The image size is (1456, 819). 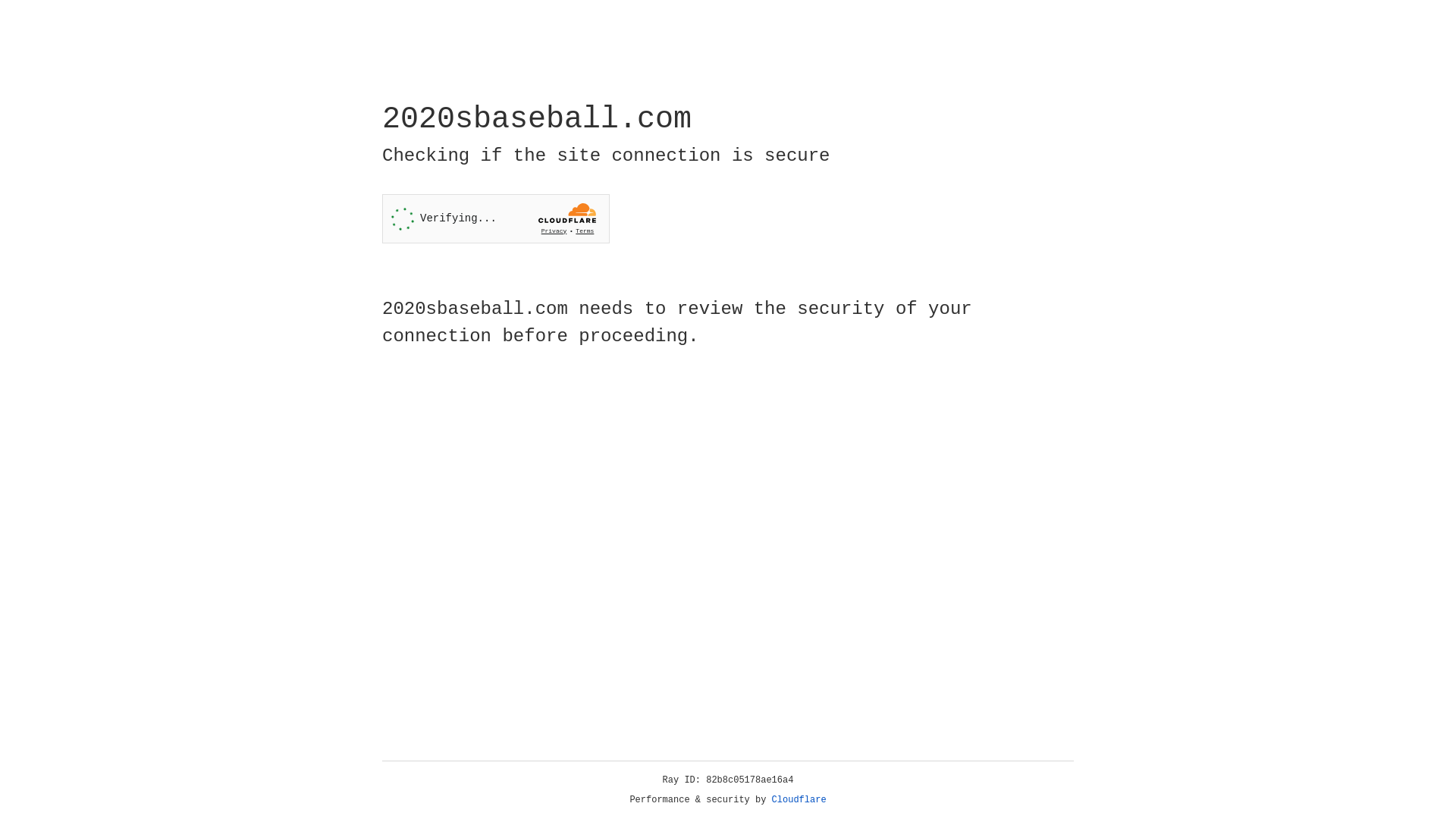 I want to click on 'Cloudflare', so click(x=799, y=799).